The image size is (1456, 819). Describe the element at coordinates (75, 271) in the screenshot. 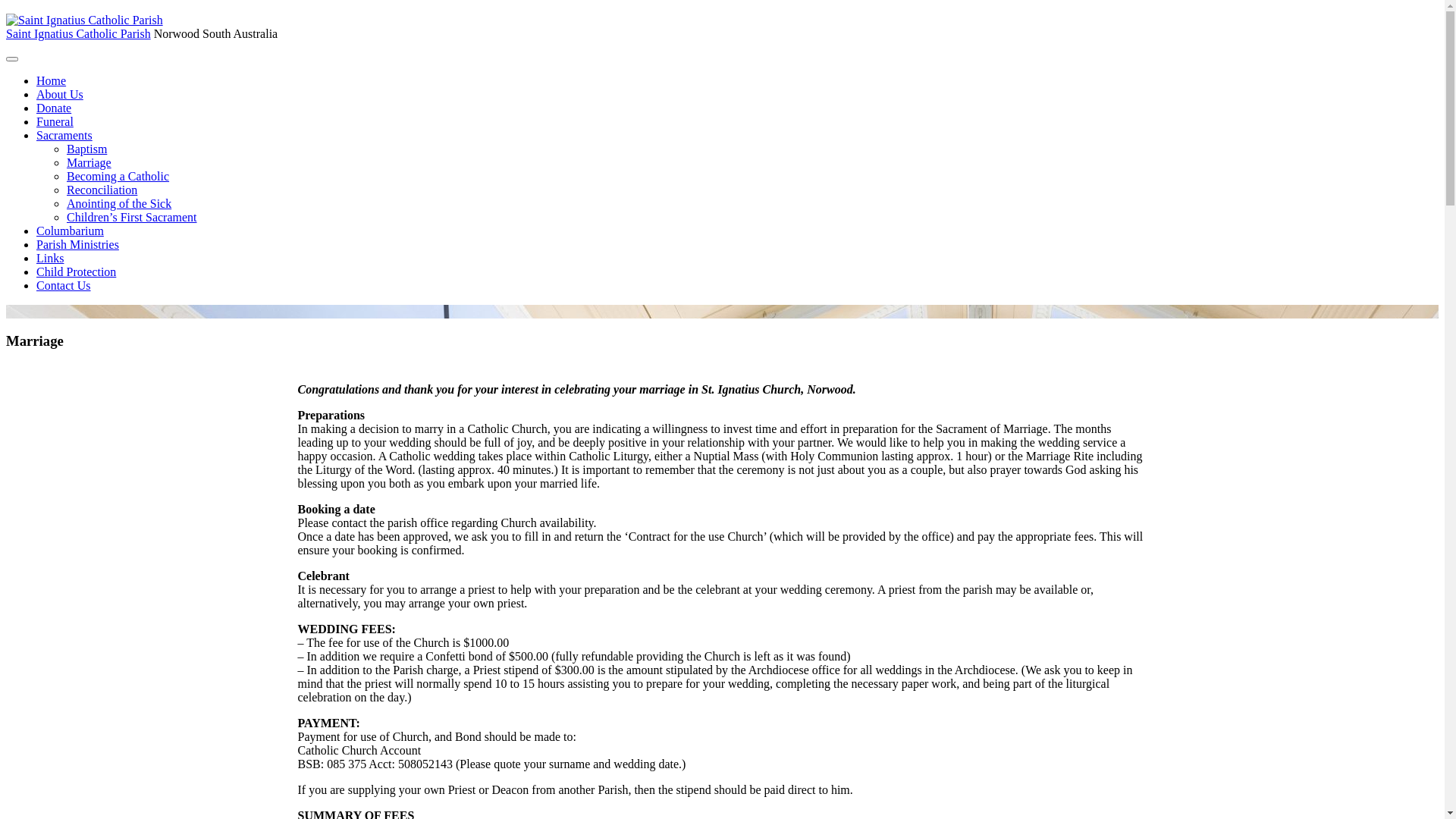

I see `'Child Protection'` at that location.